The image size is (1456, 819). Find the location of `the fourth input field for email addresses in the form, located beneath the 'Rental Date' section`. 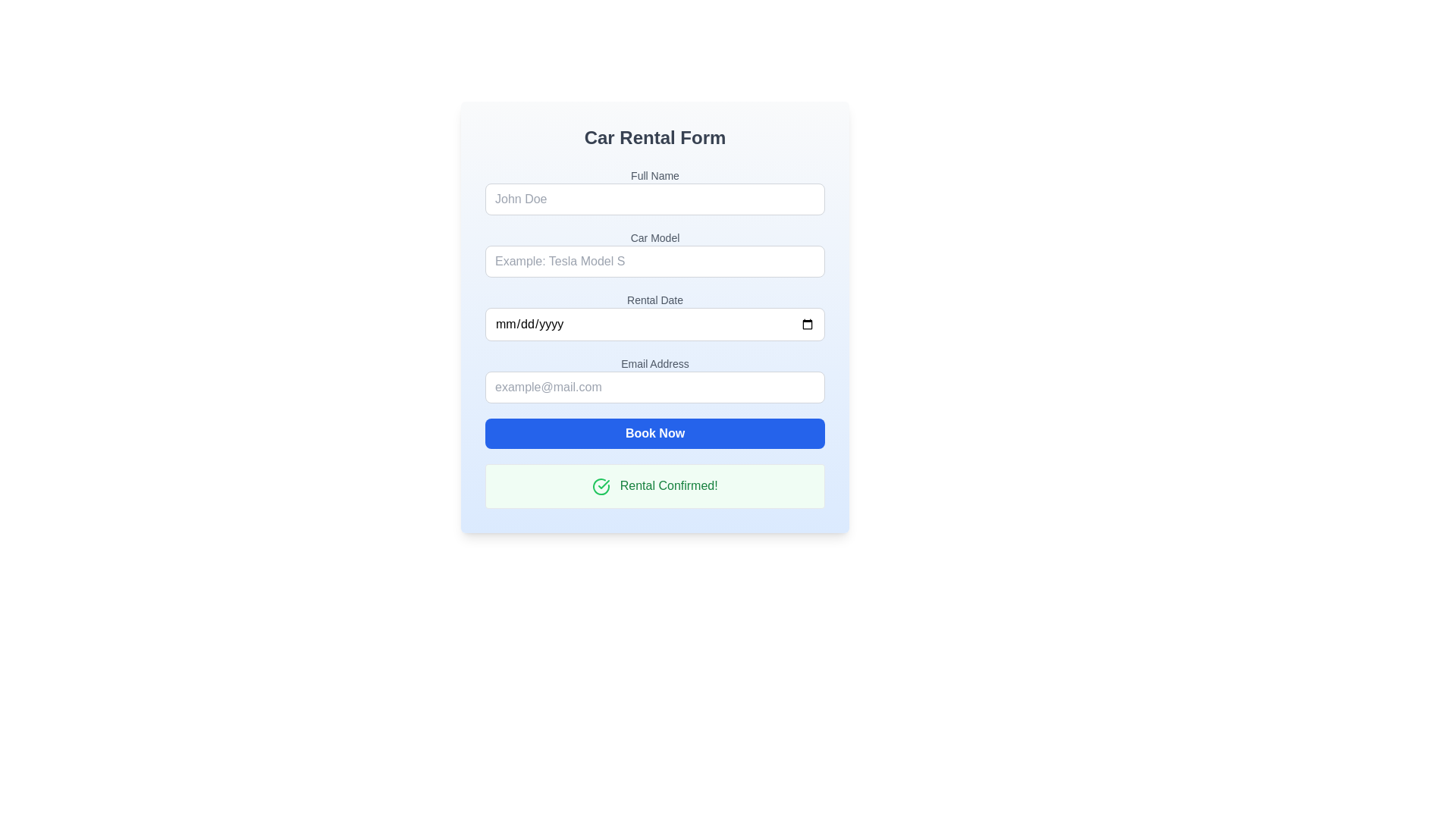

the fourth input field for email addresses in the form, located beneath the 'Rental Date' section is located at coordinates (655, 379).